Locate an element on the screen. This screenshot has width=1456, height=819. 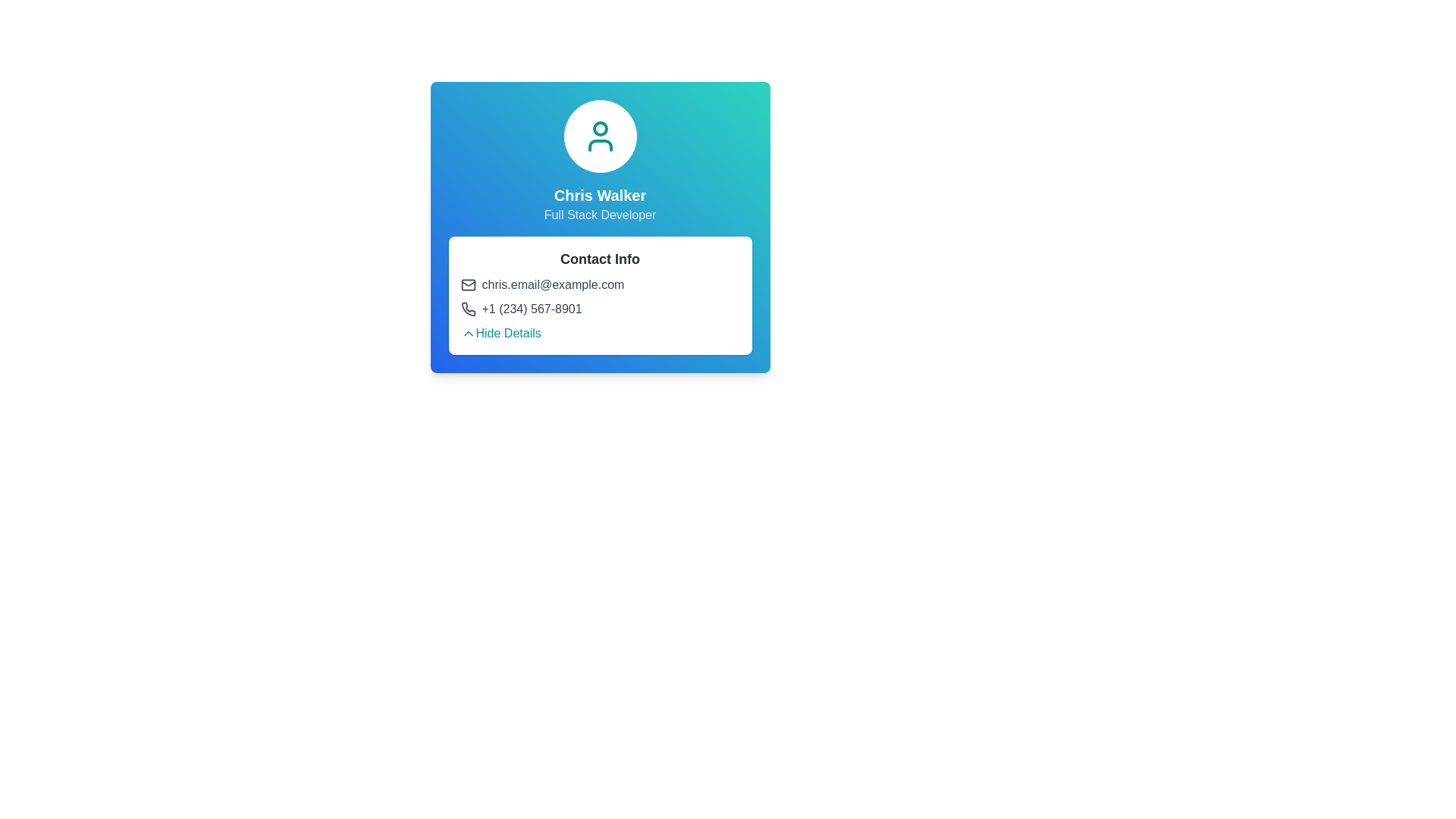
the lower semicircular arc of the user profile icon, which outlines the body shape in the SVG component, located near the top center of the blue gradient background card is located at coordinates (599, 146).